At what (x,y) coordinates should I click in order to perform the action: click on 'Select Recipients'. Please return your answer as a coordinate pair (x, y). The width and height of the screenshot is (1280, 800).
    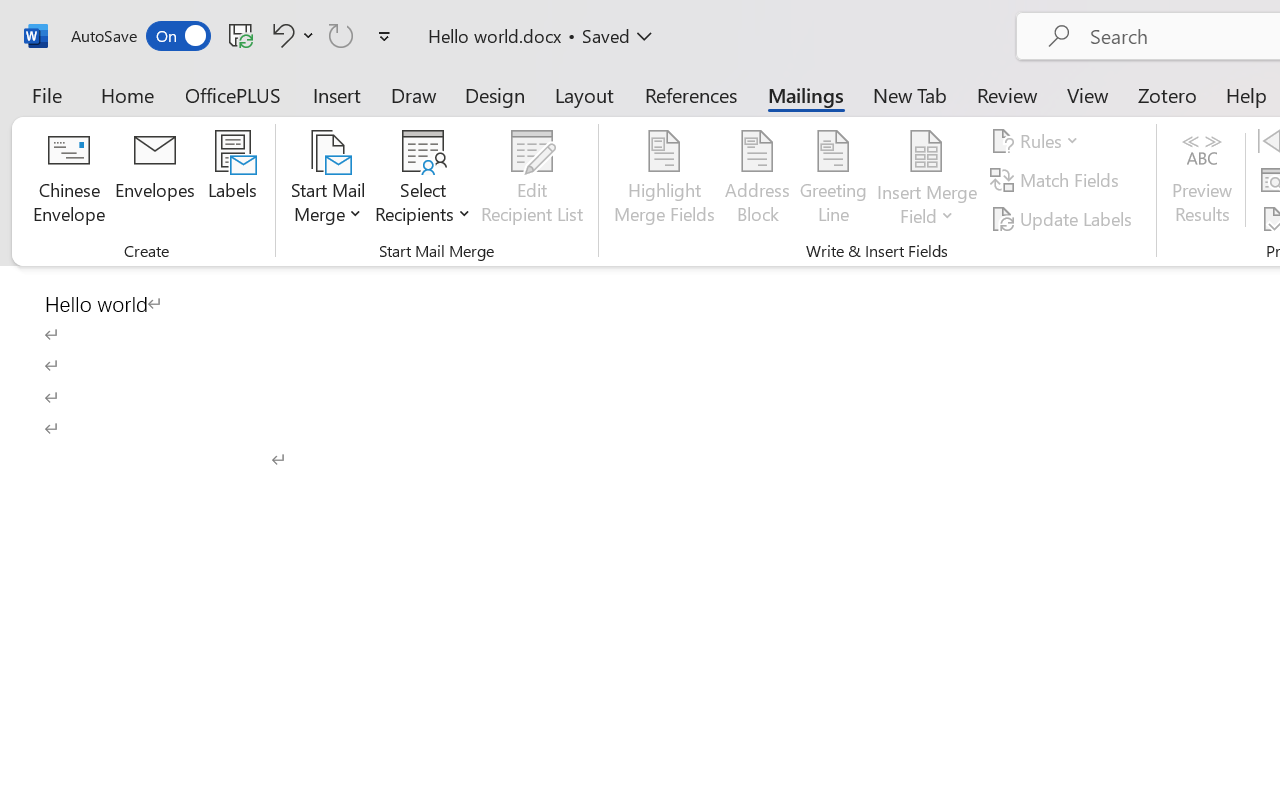
    Looking at the image, I should click on (422, 179).